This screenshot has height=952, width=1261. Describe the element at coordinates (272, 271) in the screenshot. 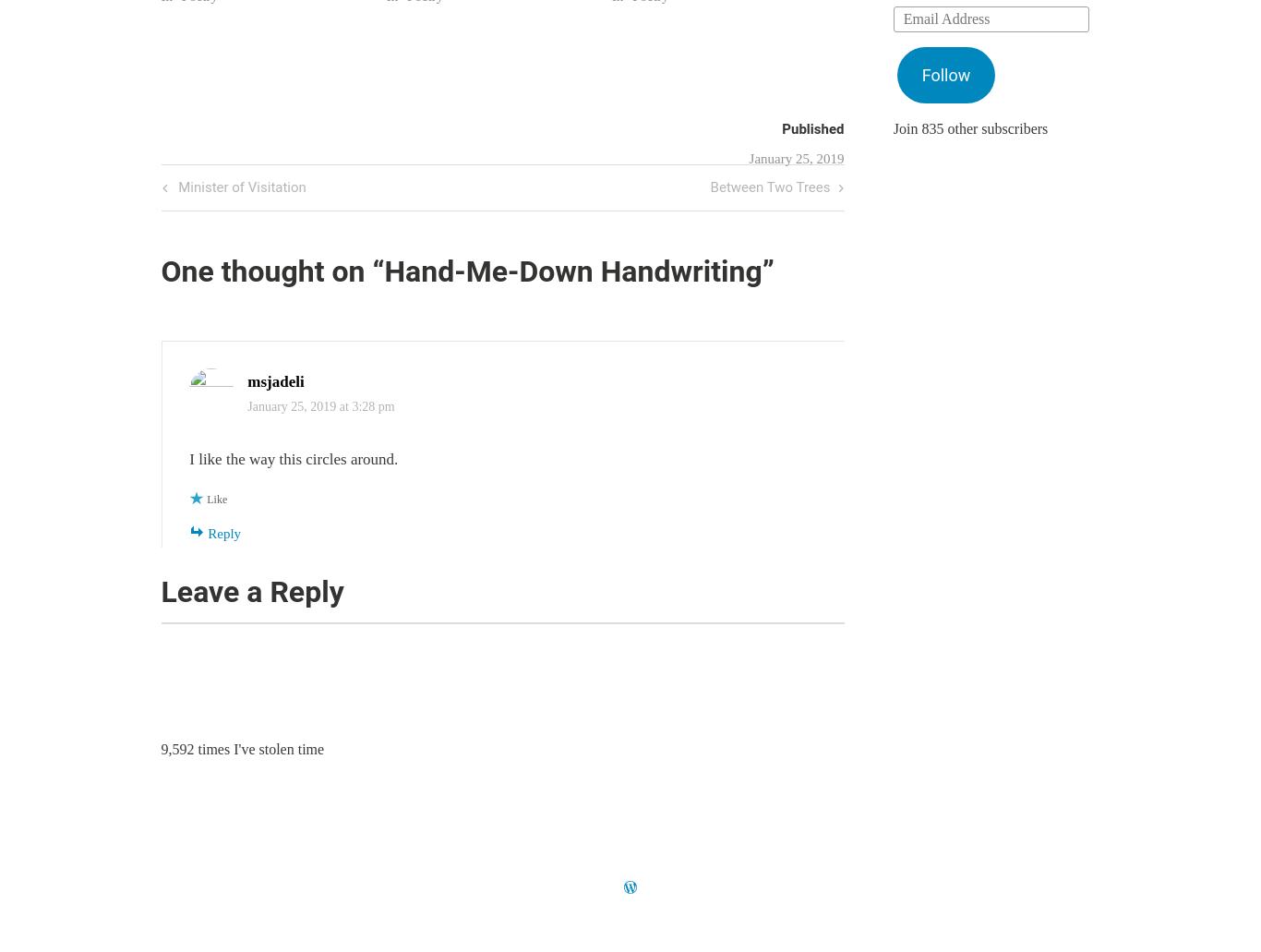

I see `'One thought on “'` at that location.